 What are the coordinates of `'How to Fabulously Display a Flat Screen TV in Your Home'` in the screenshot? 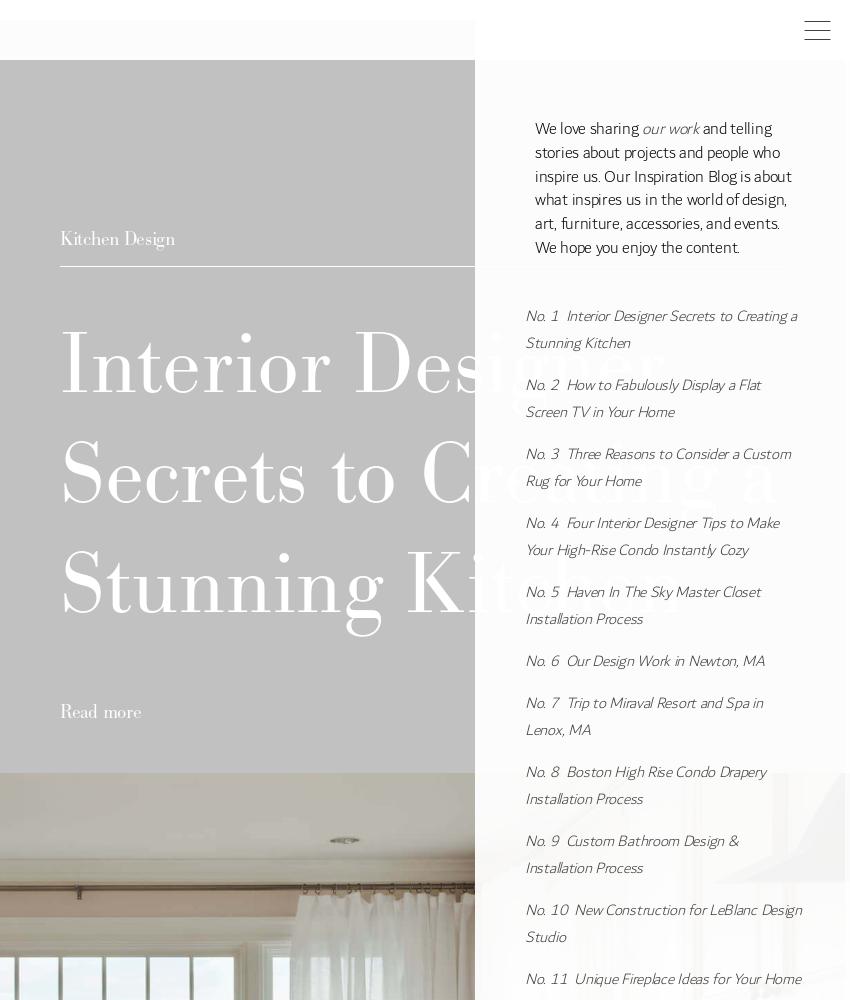 It's located at (642, 398).